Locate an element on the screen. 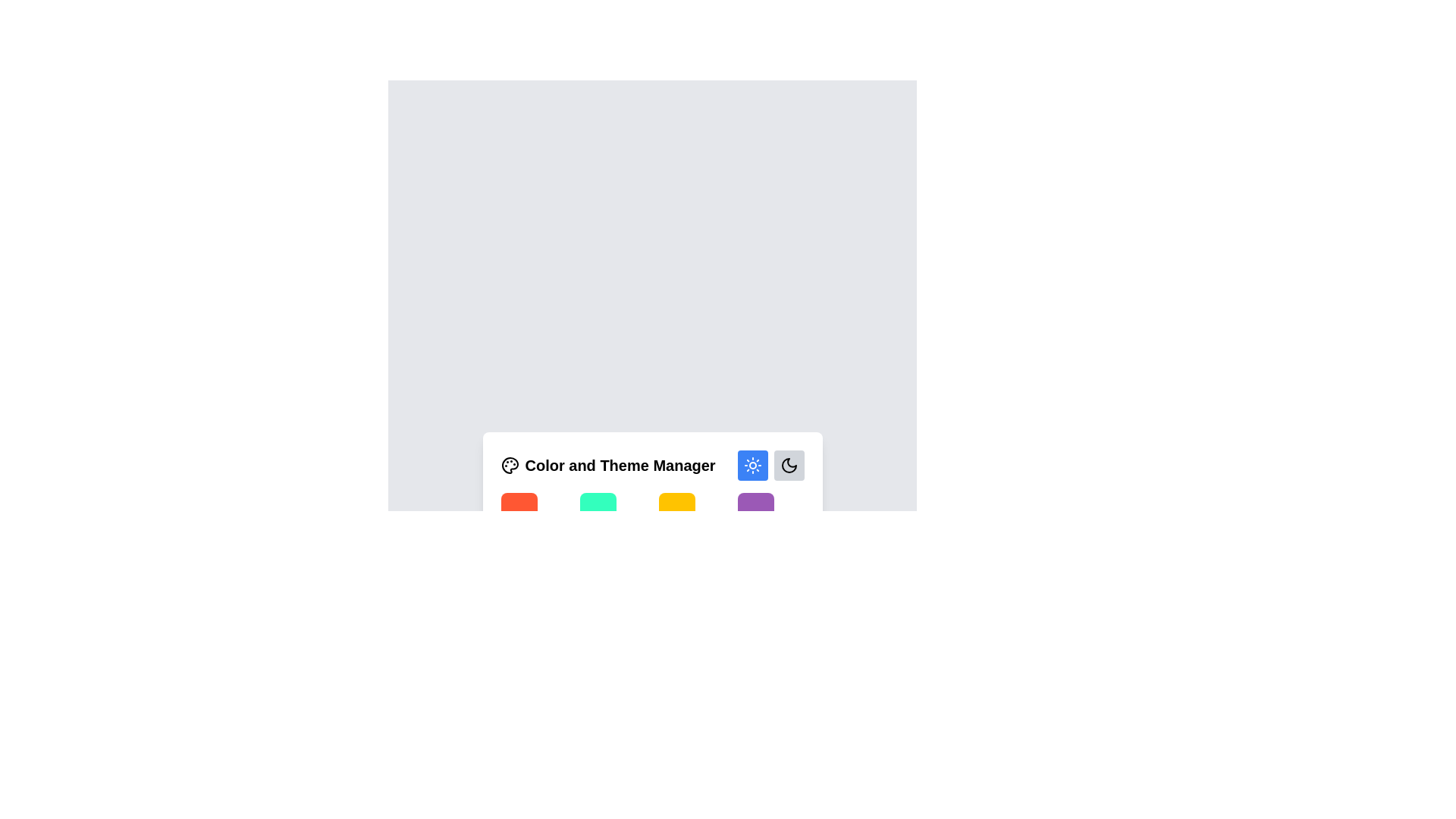 Image resolution: width=1456 pixels, height=819 pixels. the text heading 'Color and Theme Manager' which is styled in bold and accompanied by a palette icon on its left is located at coordinates (608, 464).